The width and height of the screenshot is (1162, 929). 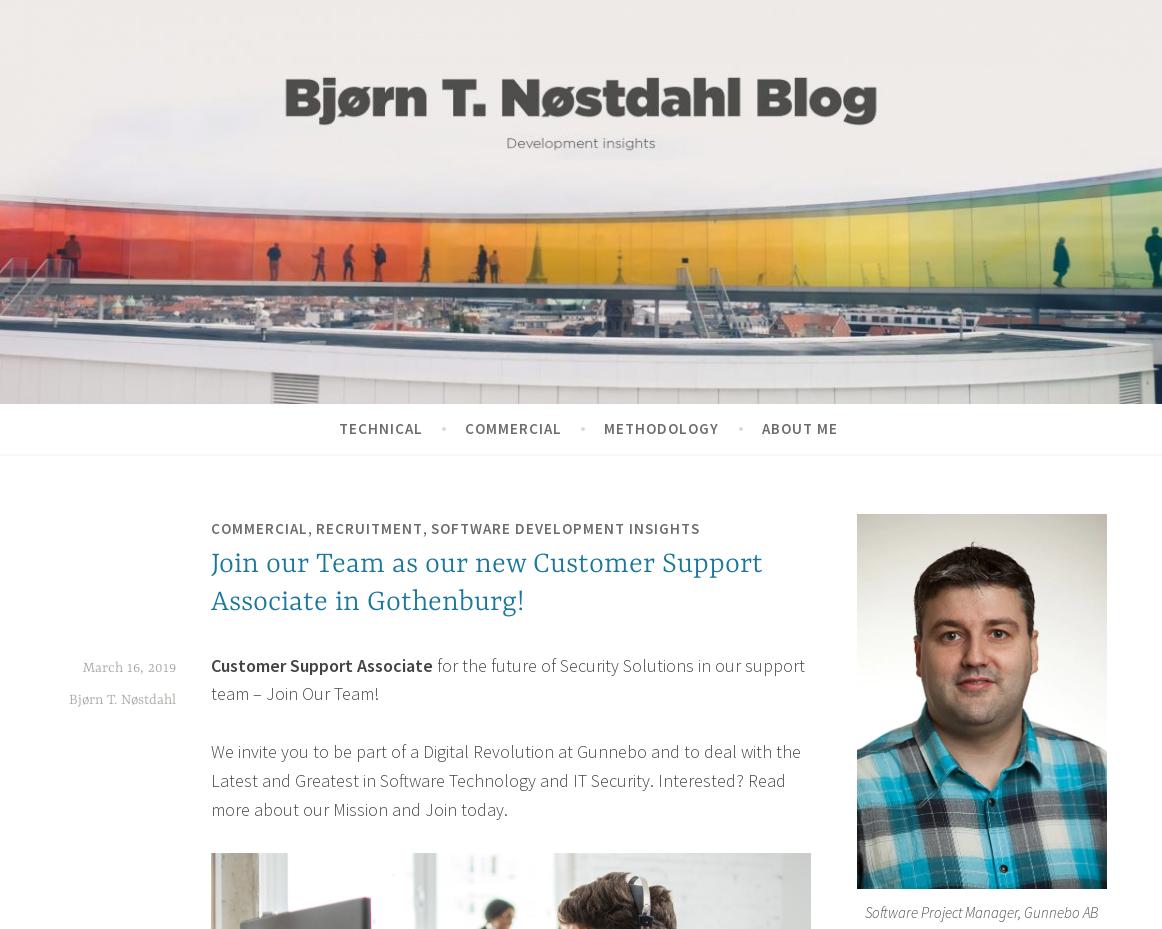 What do you see at coordinates (564, 527) in the screenshot?
I see `'Software Development Insights'` at bounding box center [564, 527].